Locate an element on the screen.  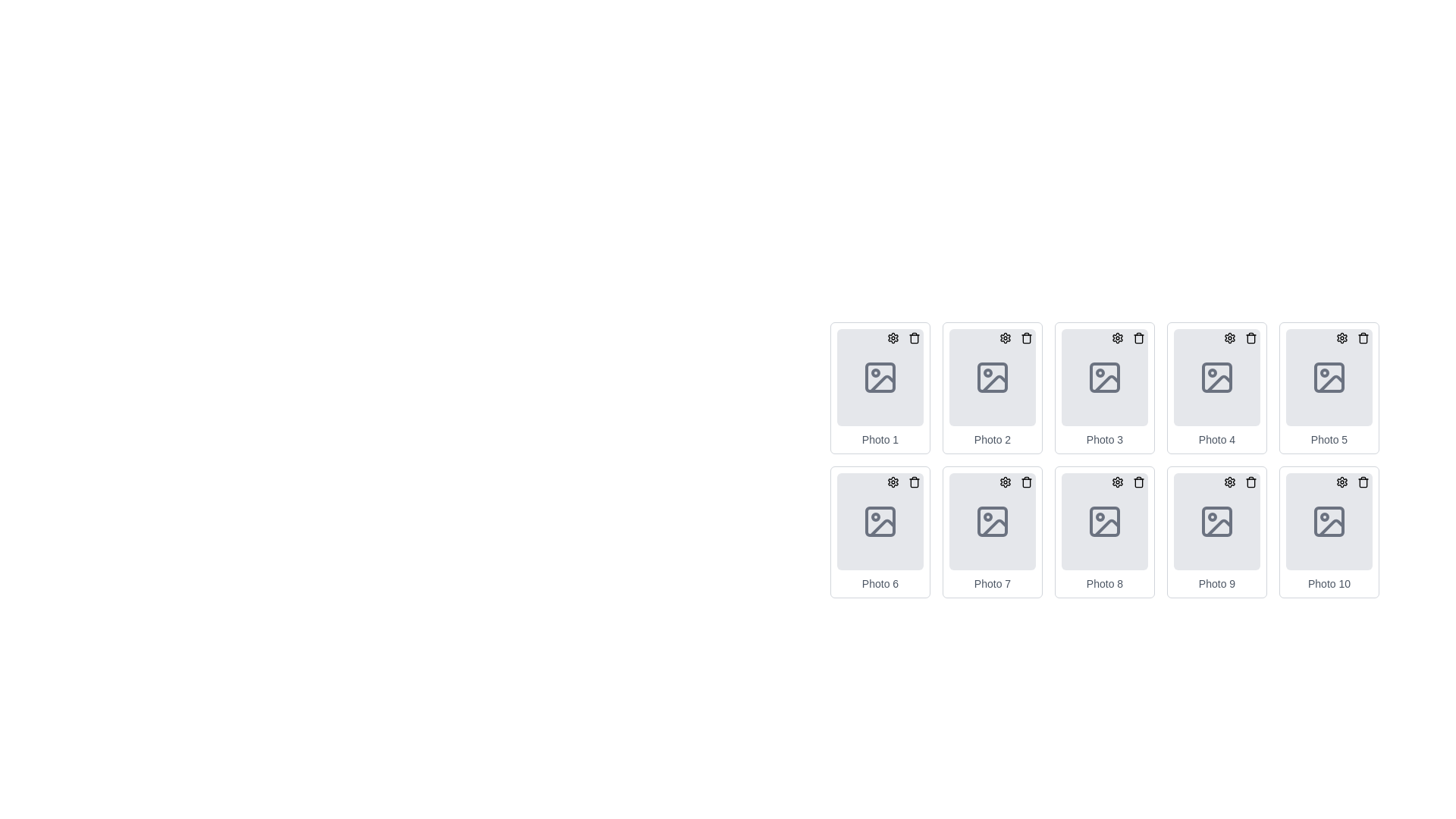
the image icon with a square frame and rounded corners located in the second column of the second row, which features a small circle on the top left and a slanted line intersecting another shape inside is located at coordinates (880, 520).